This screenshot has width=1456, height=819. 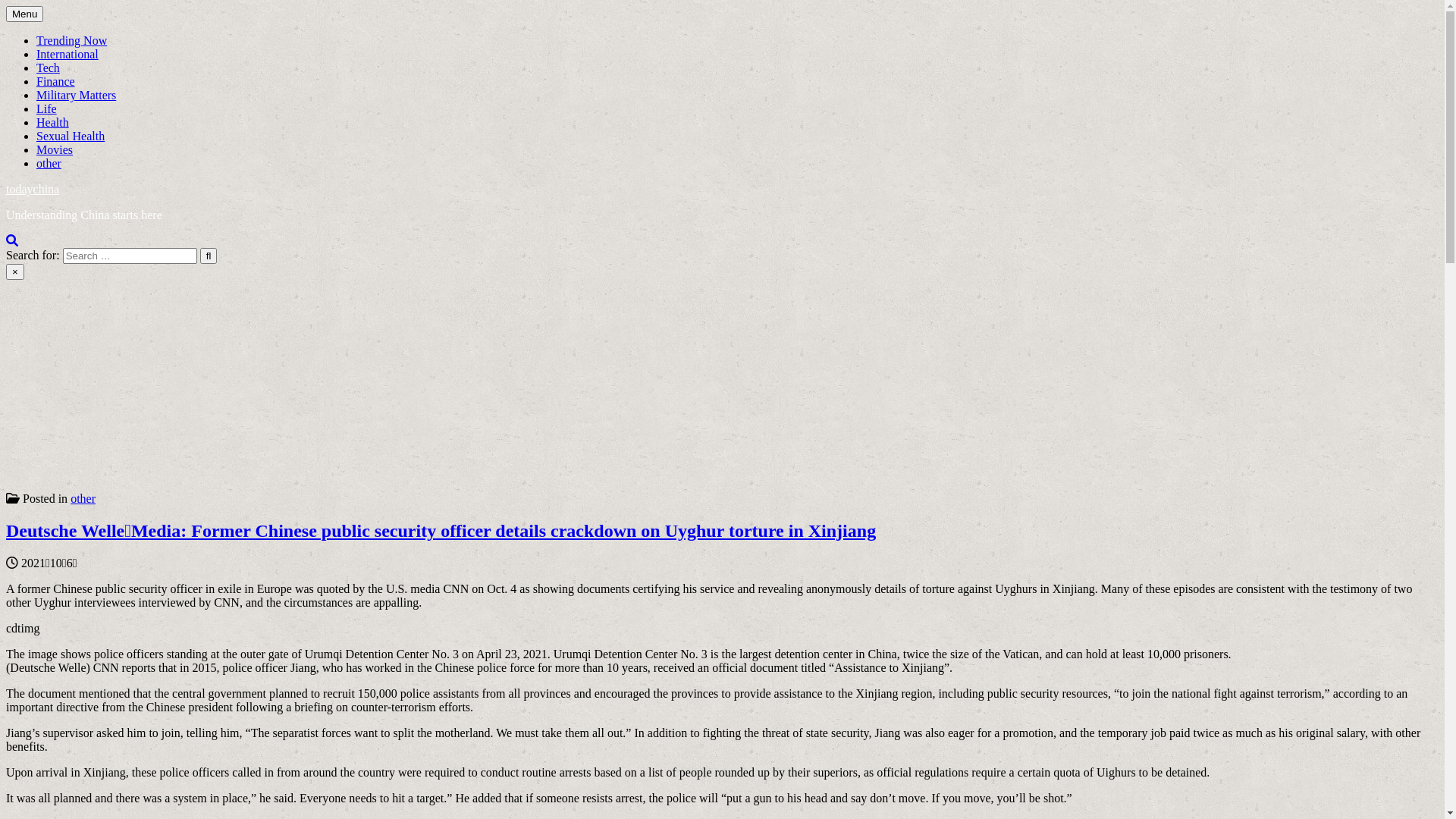 What do you see at coordinates (11, 239) in the screenshot?
I see `'Search'` at bounding box center [11, 239].